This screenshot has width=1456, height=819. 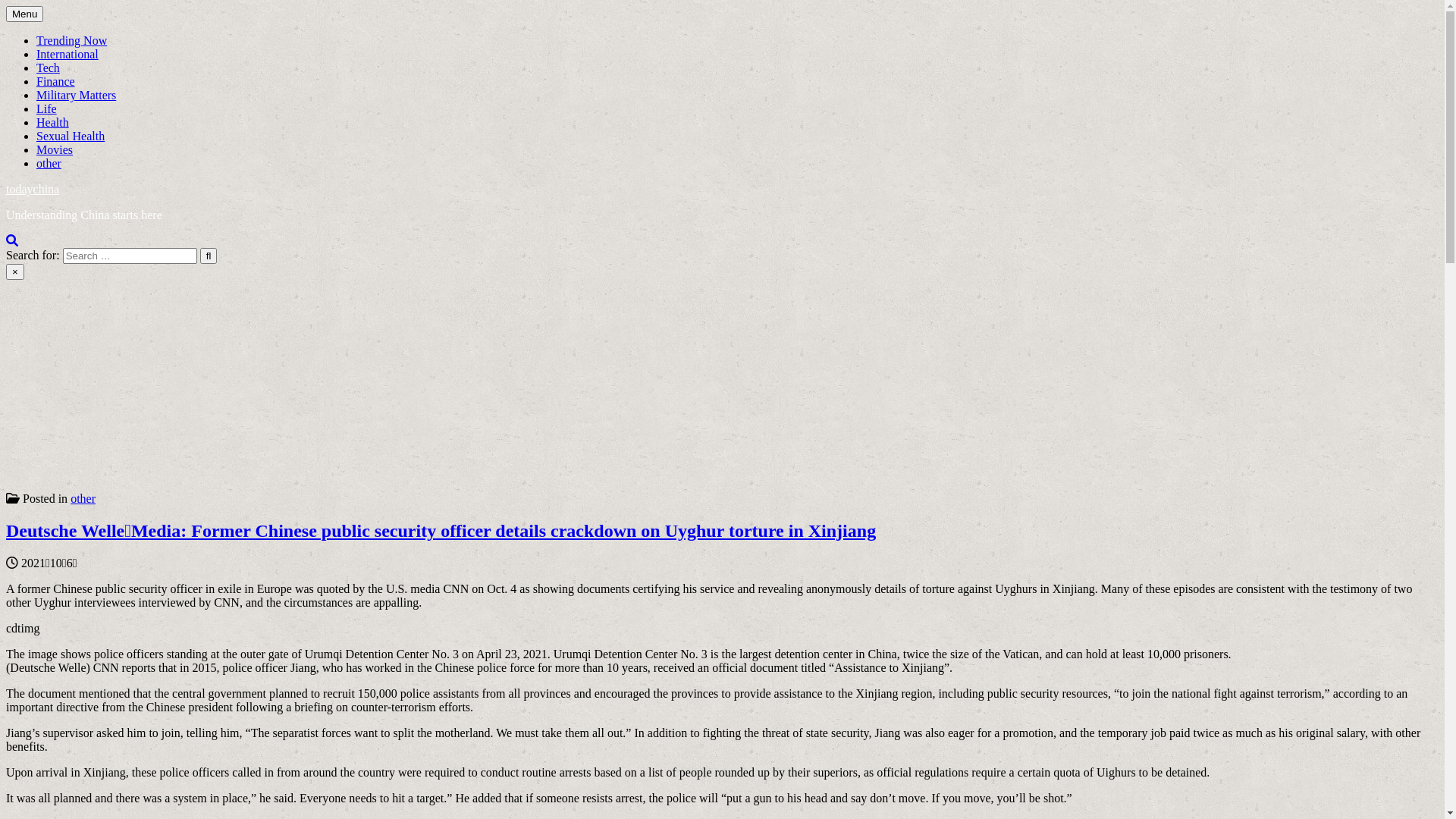 What do you see at coordinates (11, 239) in the screenshot?
I see `'Search'` at bounding box center [11, 239].